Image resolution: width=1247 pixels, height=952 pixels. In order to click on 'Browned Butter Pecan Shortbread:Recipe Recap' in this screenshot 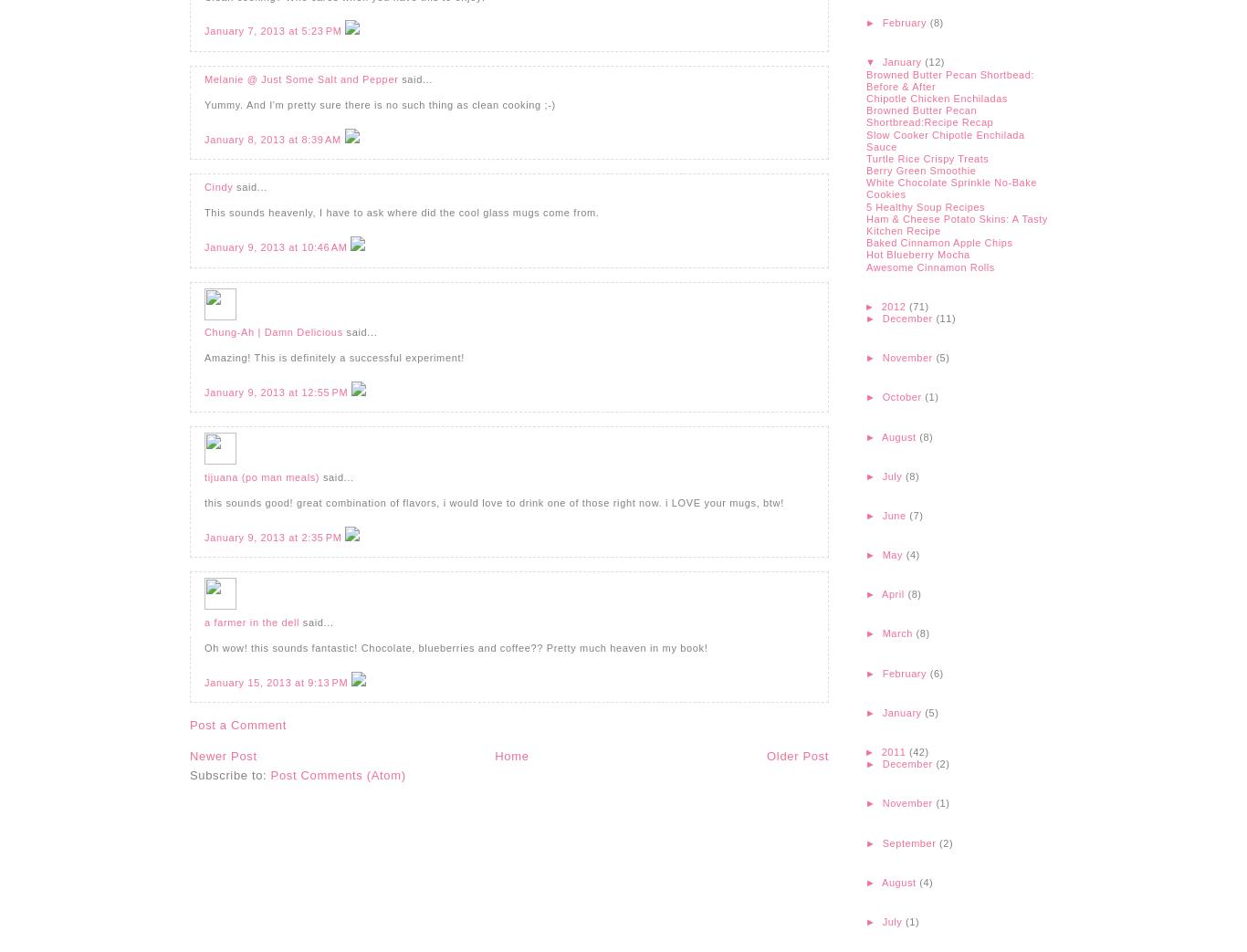, I will do `click(929, 116)`.